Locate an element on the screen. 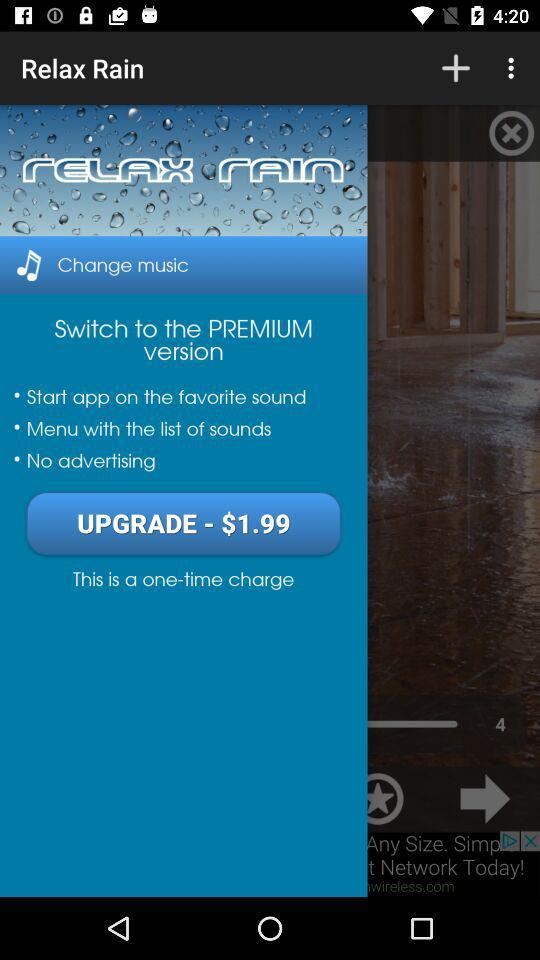 This screenshot has height=960, width=540. the arrow_forward icon is located at coordinates (484, 798).